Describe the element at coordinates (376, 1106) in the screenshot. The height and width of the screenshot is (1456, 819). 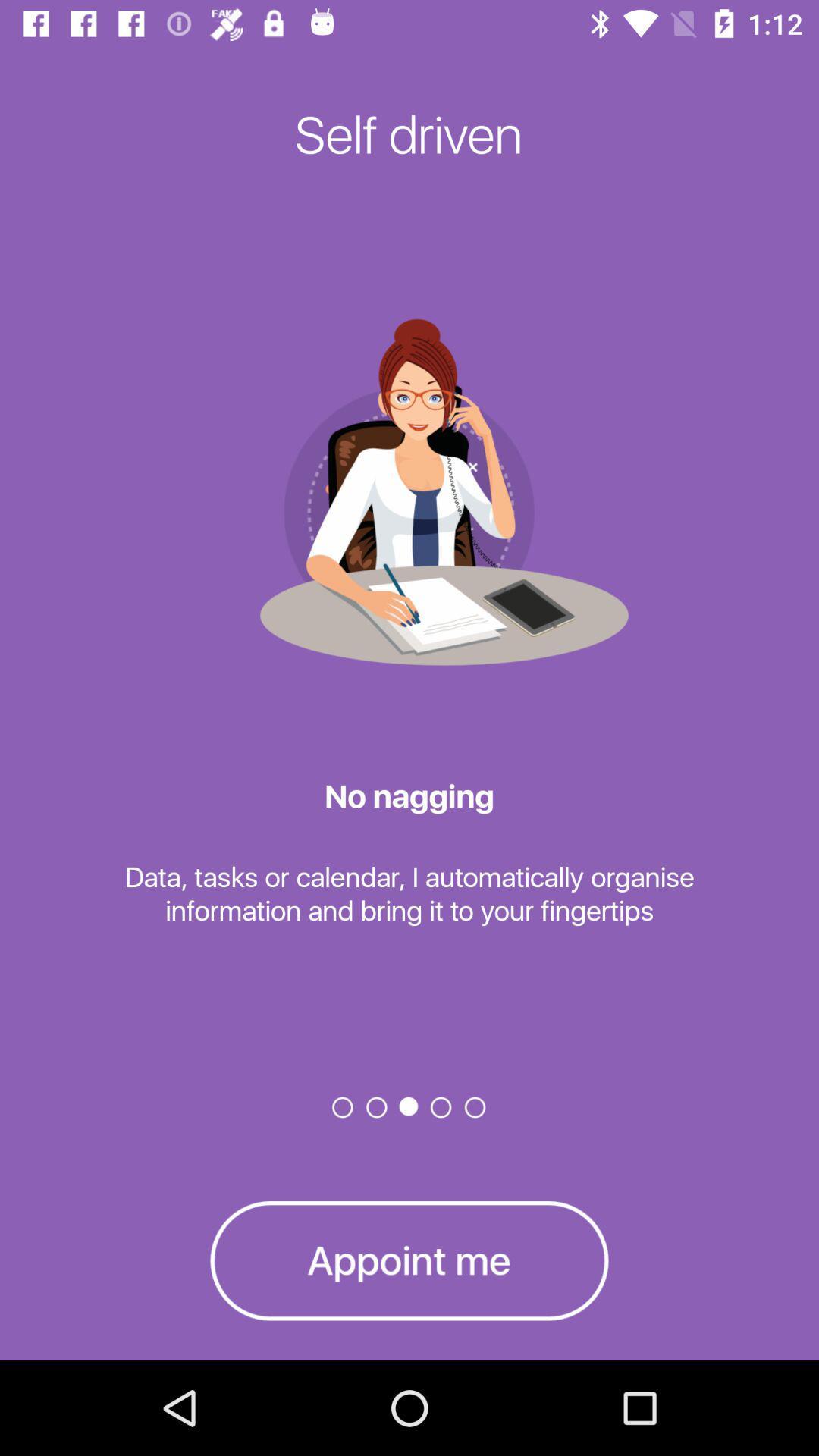
I see `second circle above the appoint me button` at that location.